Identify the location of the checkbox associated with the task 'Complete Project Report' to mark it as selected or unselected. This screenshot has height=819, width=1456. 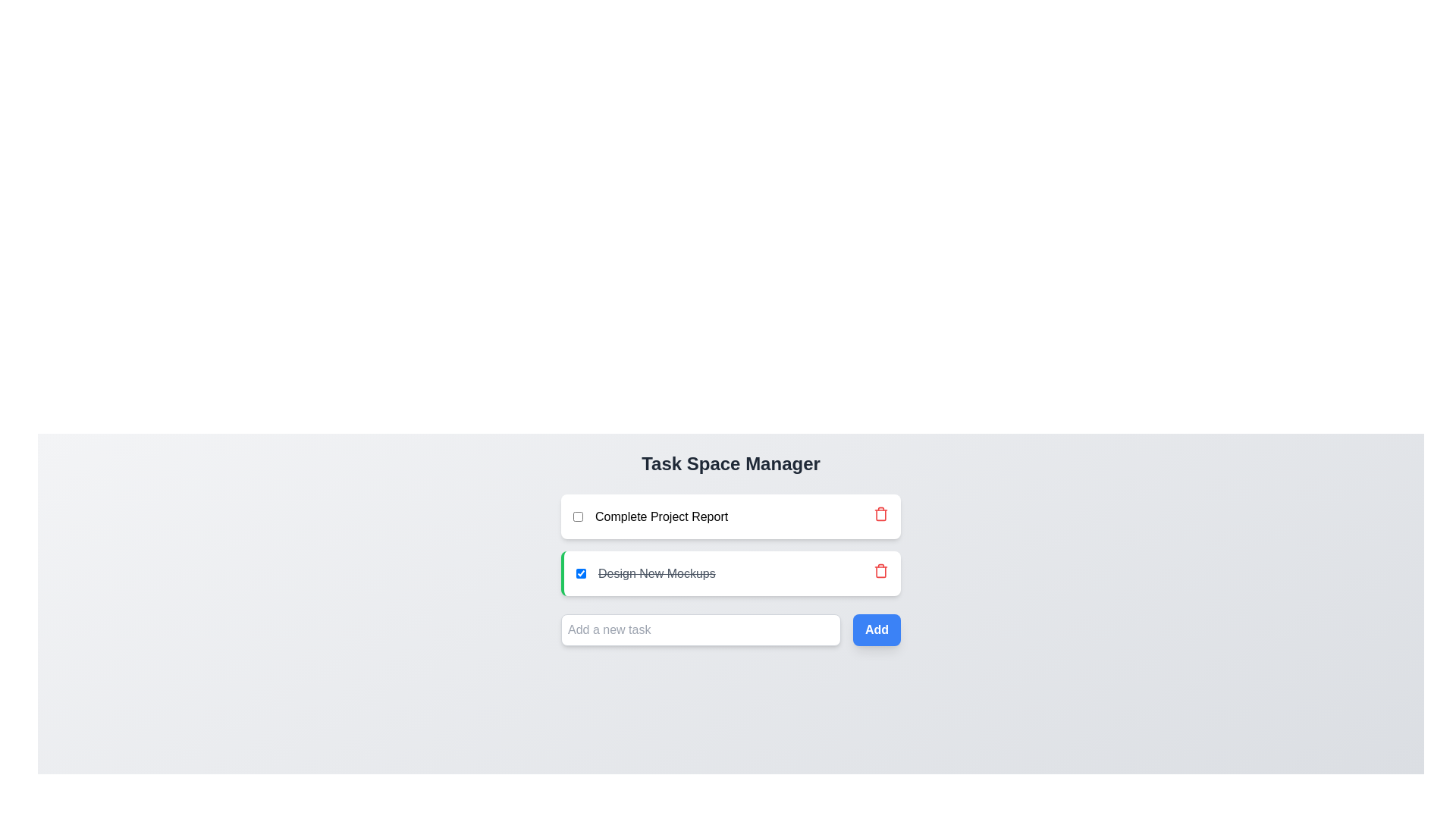
(577, 516).